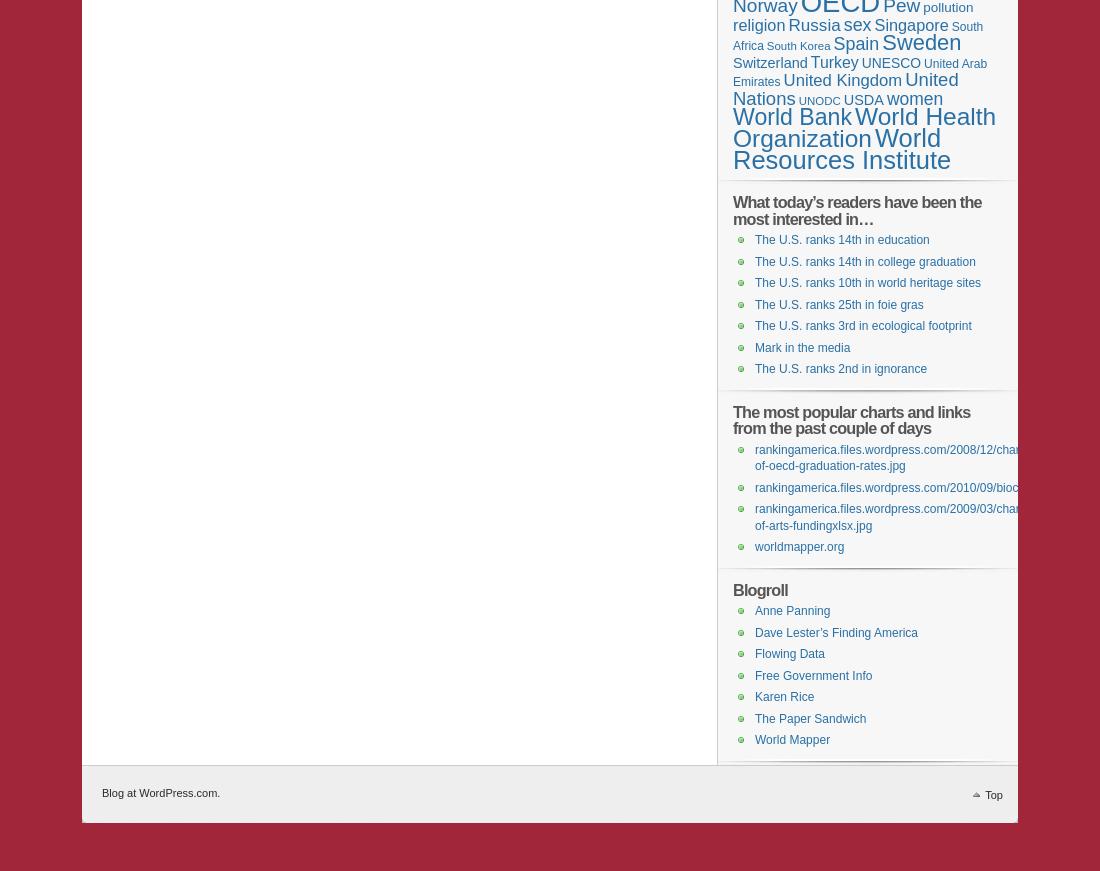 This screenshot has height=871, width=1100. What do you see at coordinates (798, 44) in the screenshot?
I see `'South Korea'` at bounding box center [798, 44].